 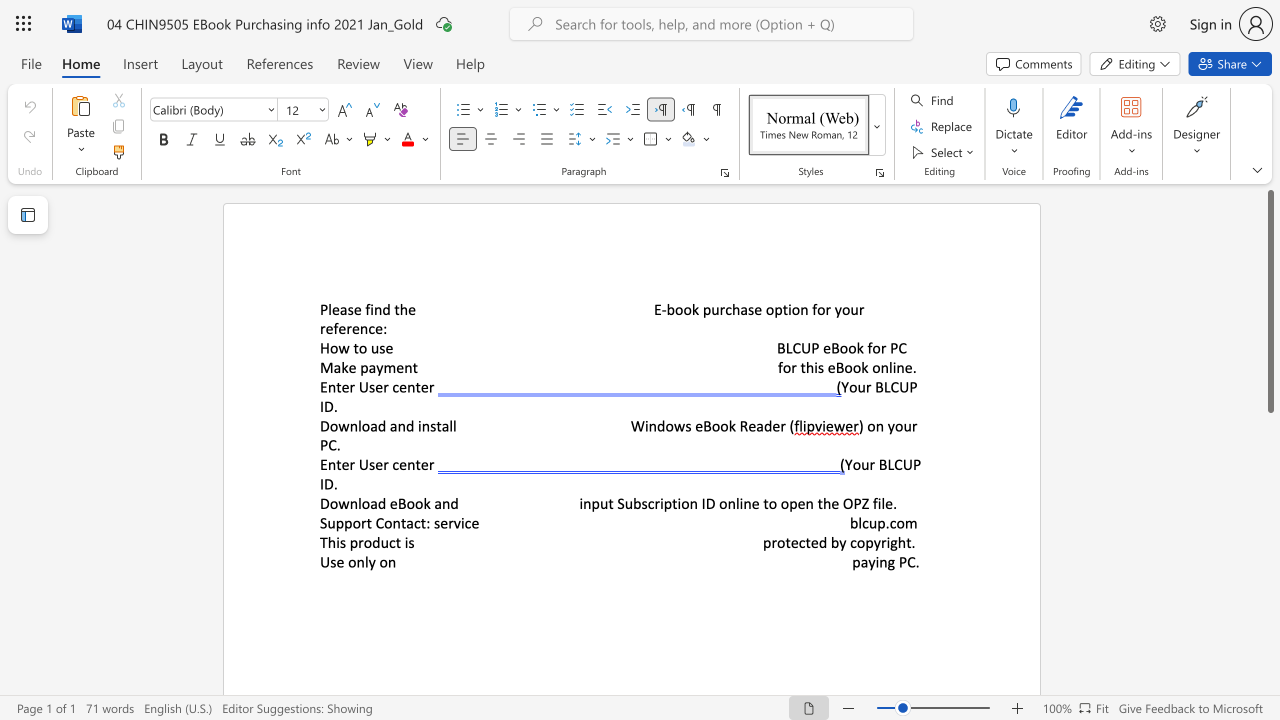 What do you see at coordinates (352, 327) in the screenshot?
I see `the subset text "ence" within the text "for your reference:"` at bounding box center [352, 327].